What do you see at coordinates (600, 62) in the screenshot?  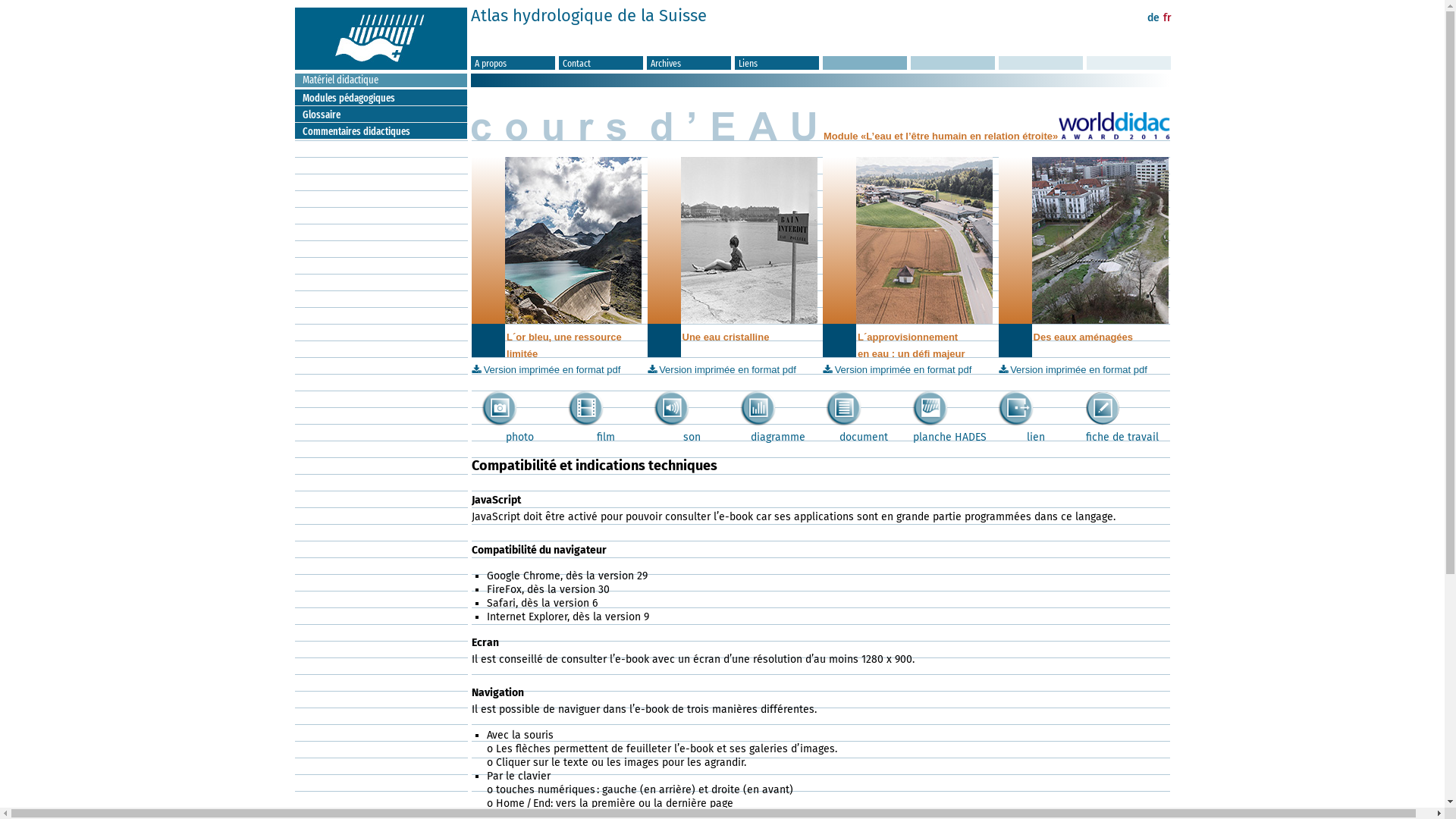 I see `'Contact'` at bounding box center [600, 62].